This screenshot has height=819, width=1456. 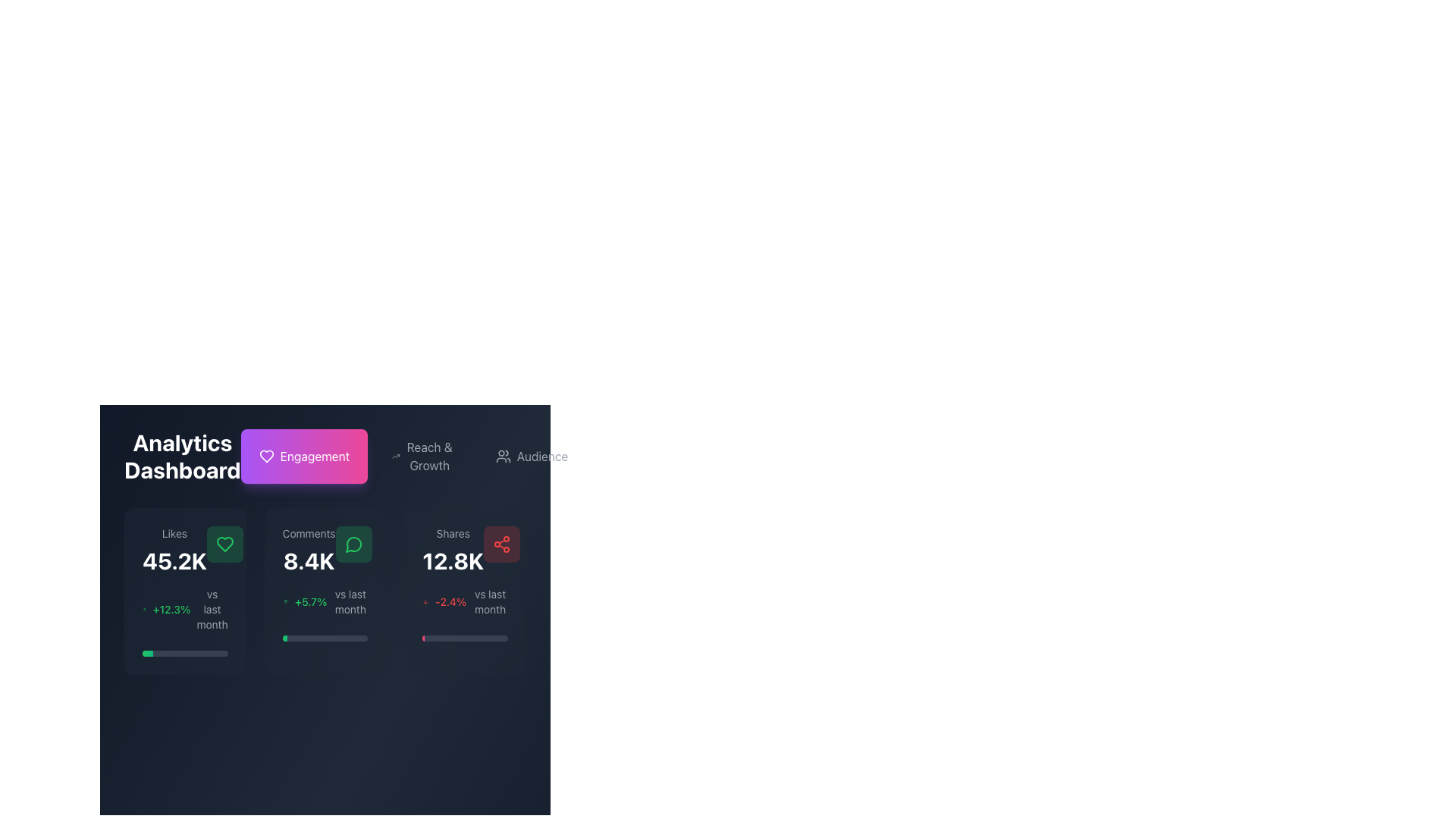 I want to click on the Text label displaying the percentage growth figure (+12.3%) for Likes, located in the analytics dashboard, so click(x=171, y=608).